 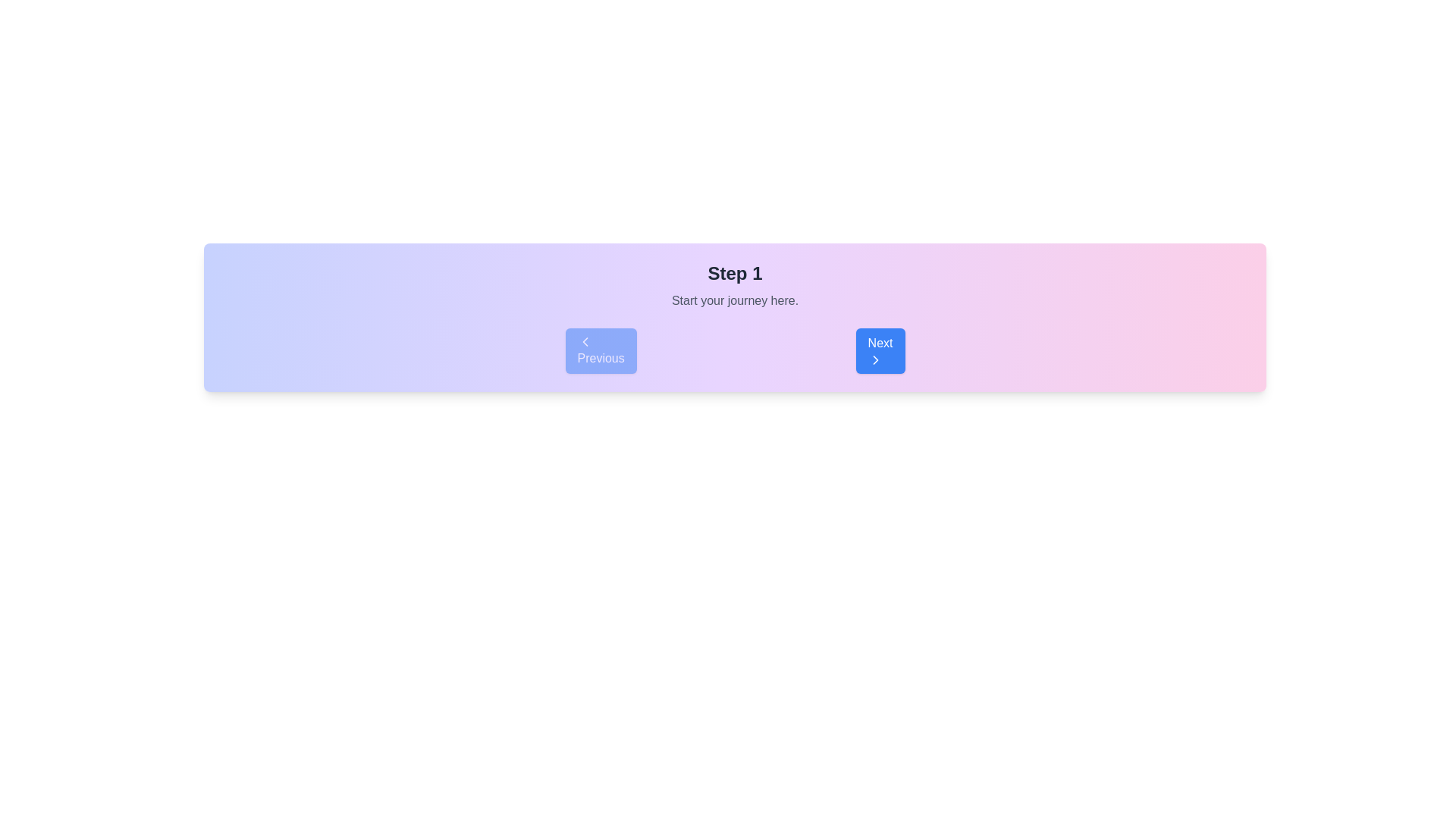 I want to click on the 'Next' button with blue background and white text, so click(x=880, y=350).